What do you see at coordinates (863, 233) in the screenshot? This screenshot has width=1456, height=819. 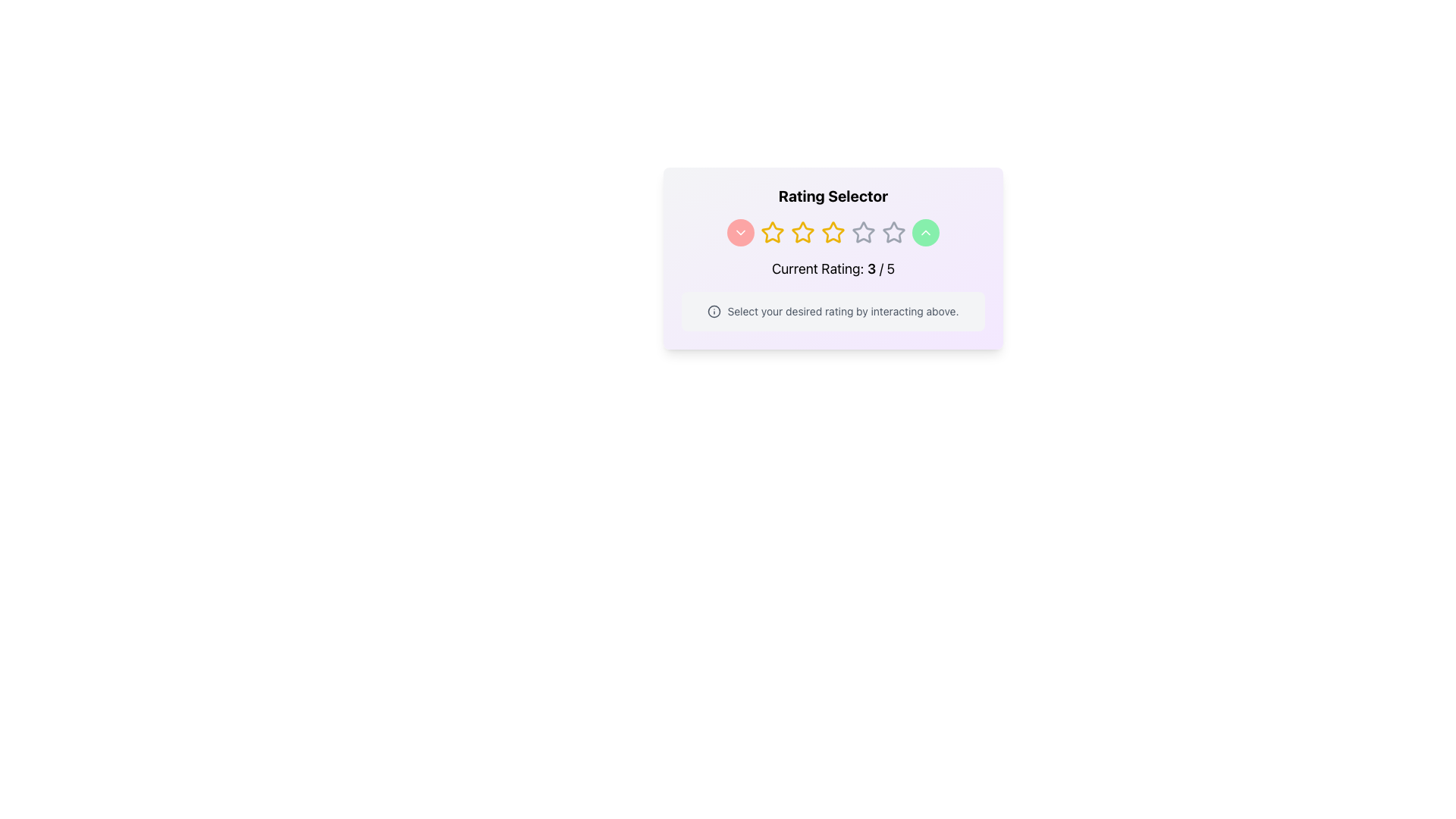 I see `the fourth star icon in a row of five stars, which represents a rating level, located near the top-center of the layout` at bounding box center [863, 233].